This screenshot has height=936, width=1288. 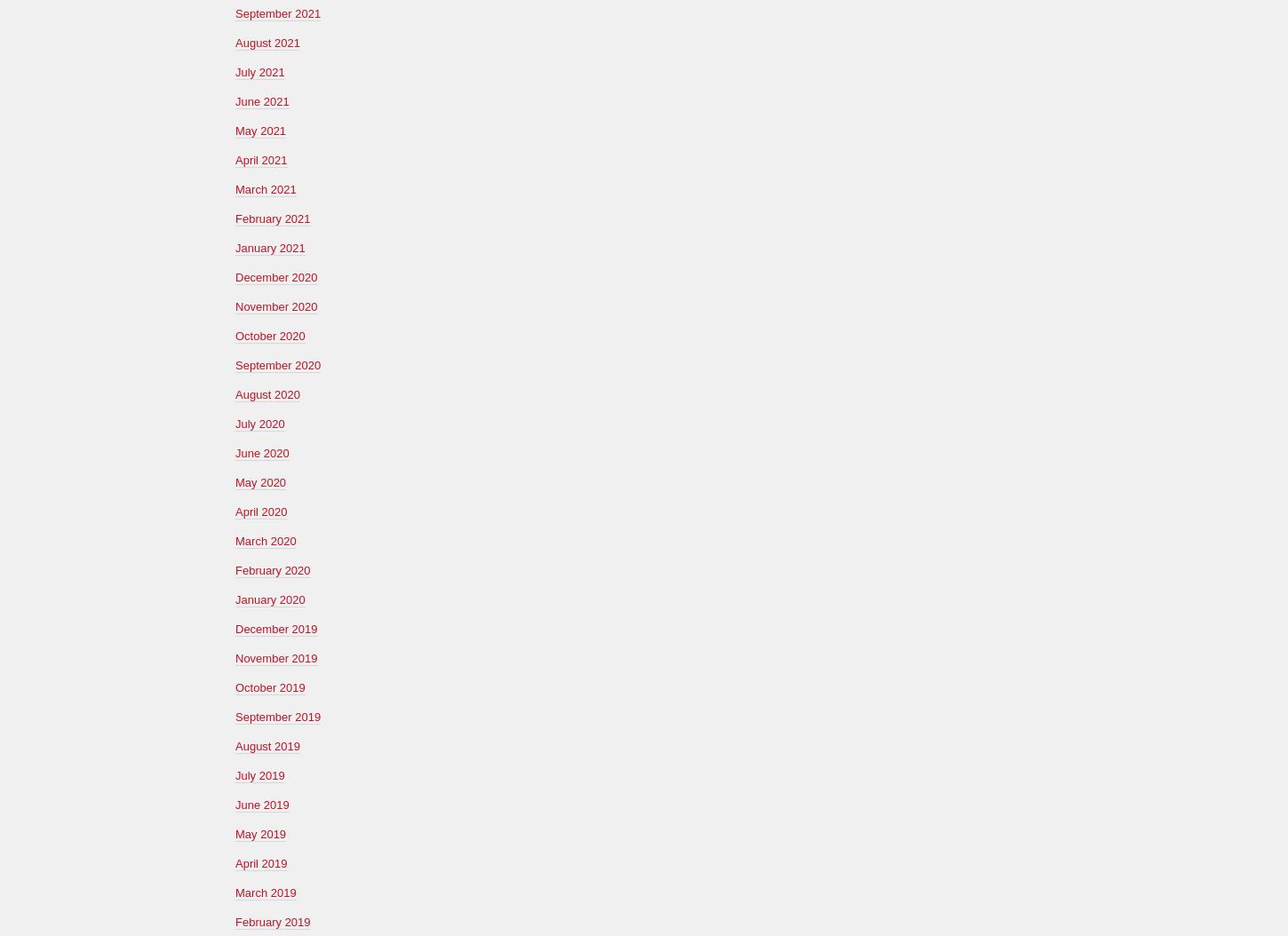 What do you see at coordinates (278, 715) in the screenshot?
I see `'September 2019'` at bounding box center [278, 715].